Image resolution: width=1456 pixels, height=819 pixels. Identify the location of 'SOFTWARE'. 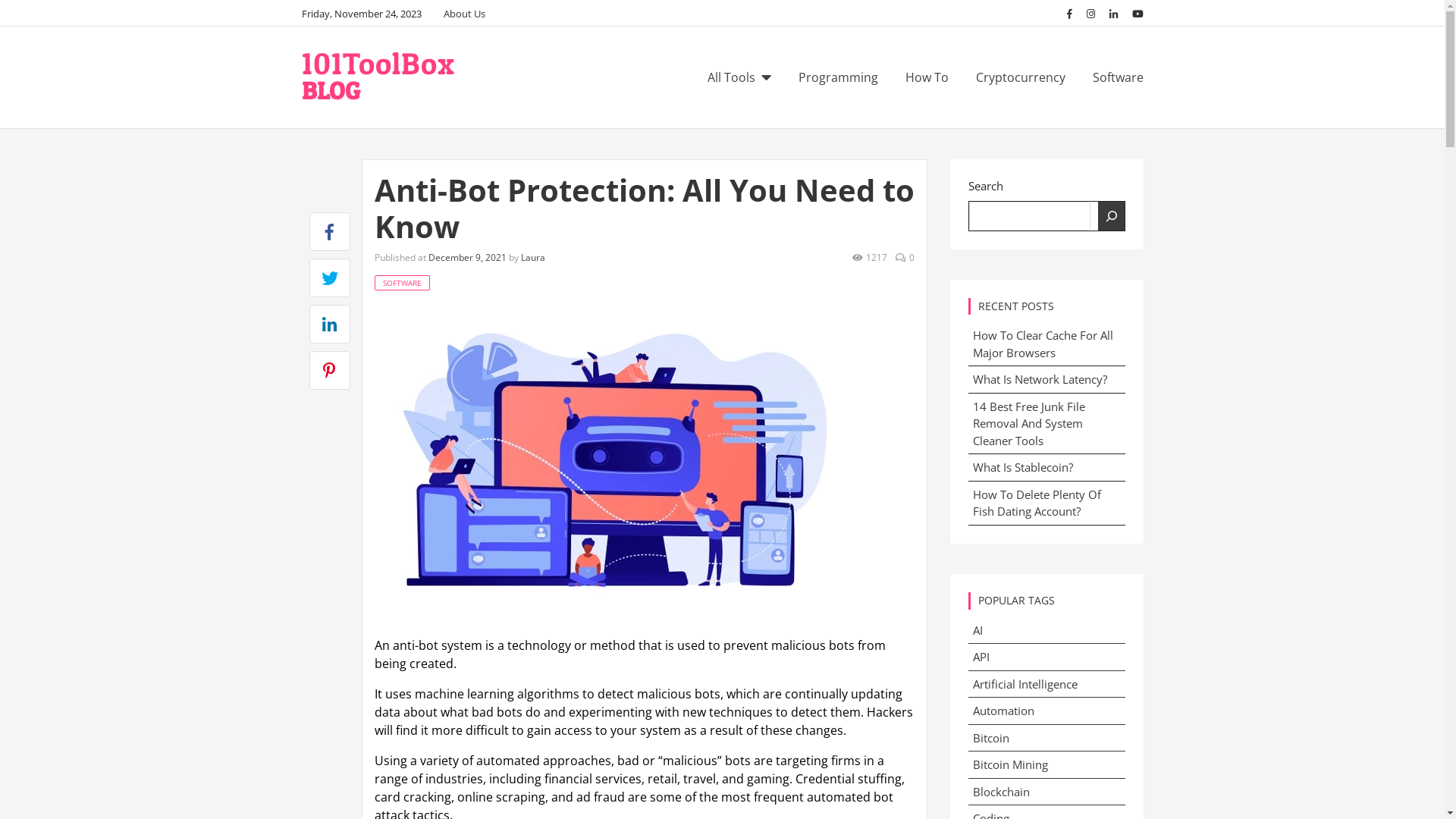
(402, 283).